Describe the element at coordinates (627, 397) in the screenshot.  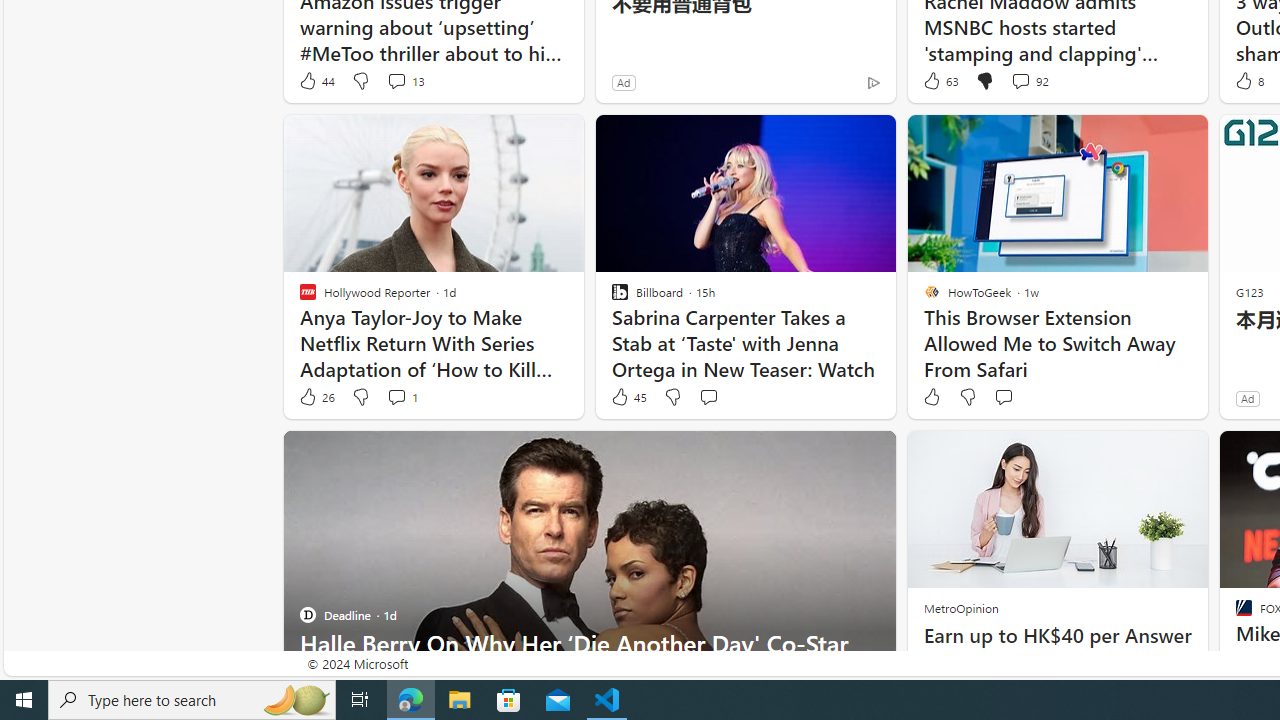
I see `'45 Like'` at that location.